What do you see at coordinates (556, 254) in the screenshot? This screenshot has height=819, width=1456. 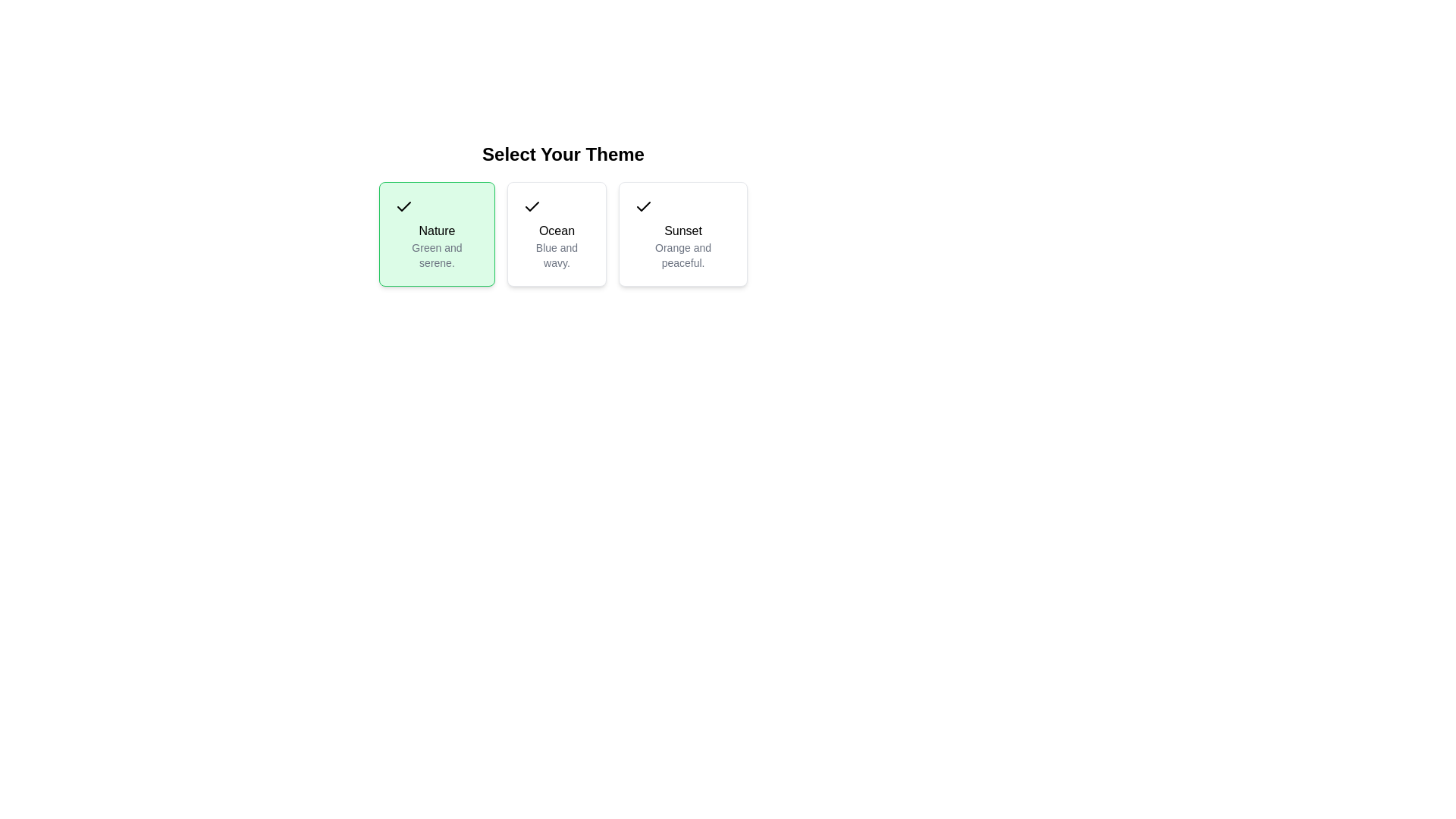 I see `the second text line in the 'Ocean' section which provides additional information about the 'Ocean' theme` at bounding box center [556, 254].